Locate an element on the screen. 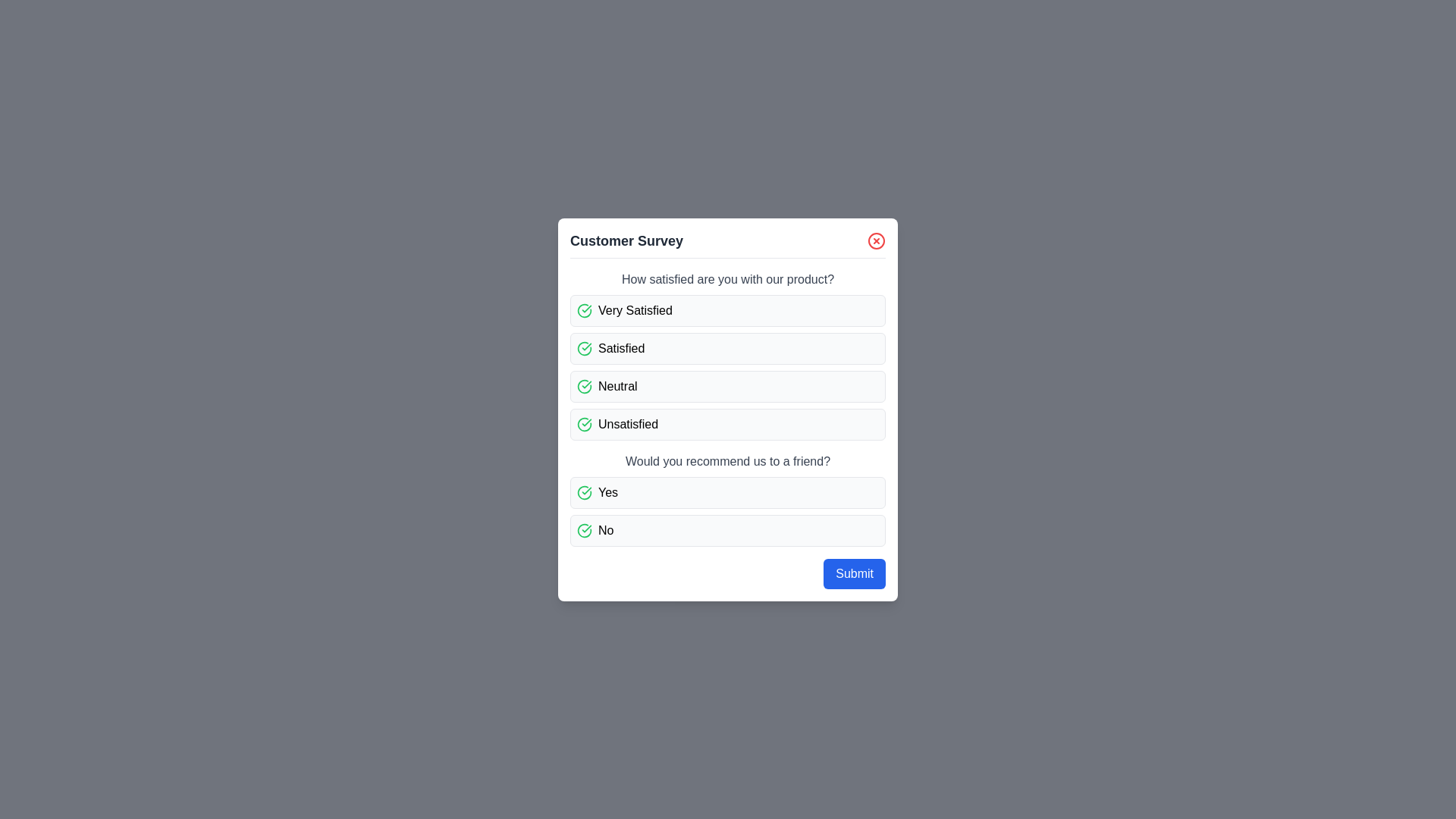 This screenshot has width=1456, height=819. the 'Submit' button to submit the survey is located at coordinates (855, 573).